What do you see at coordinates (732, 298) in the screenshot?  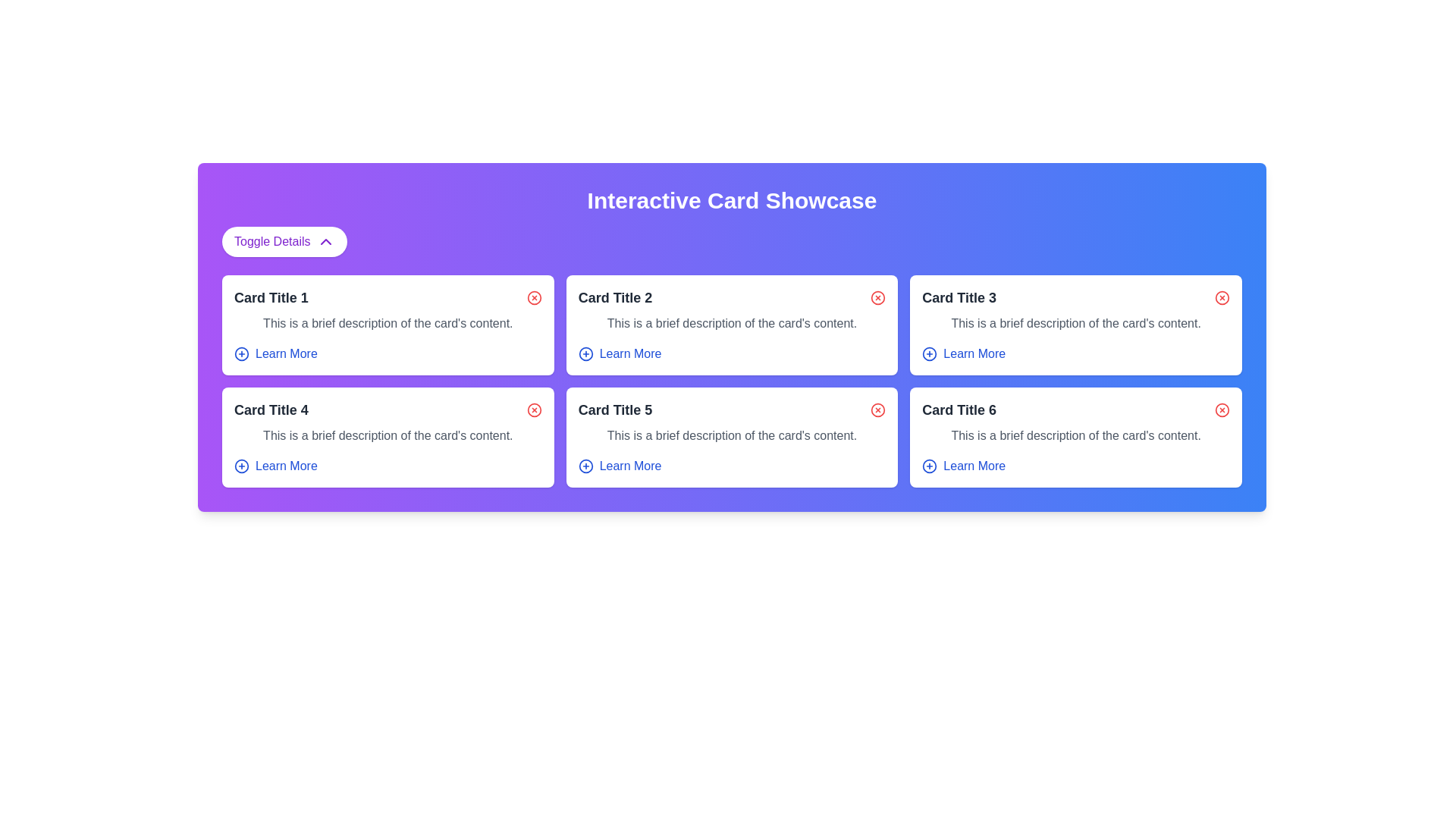 I see `title text 'Card Title 2' from the header section containing a red 'X' icon for deletion, located within the card-like component` at bounding box center [732, 298].